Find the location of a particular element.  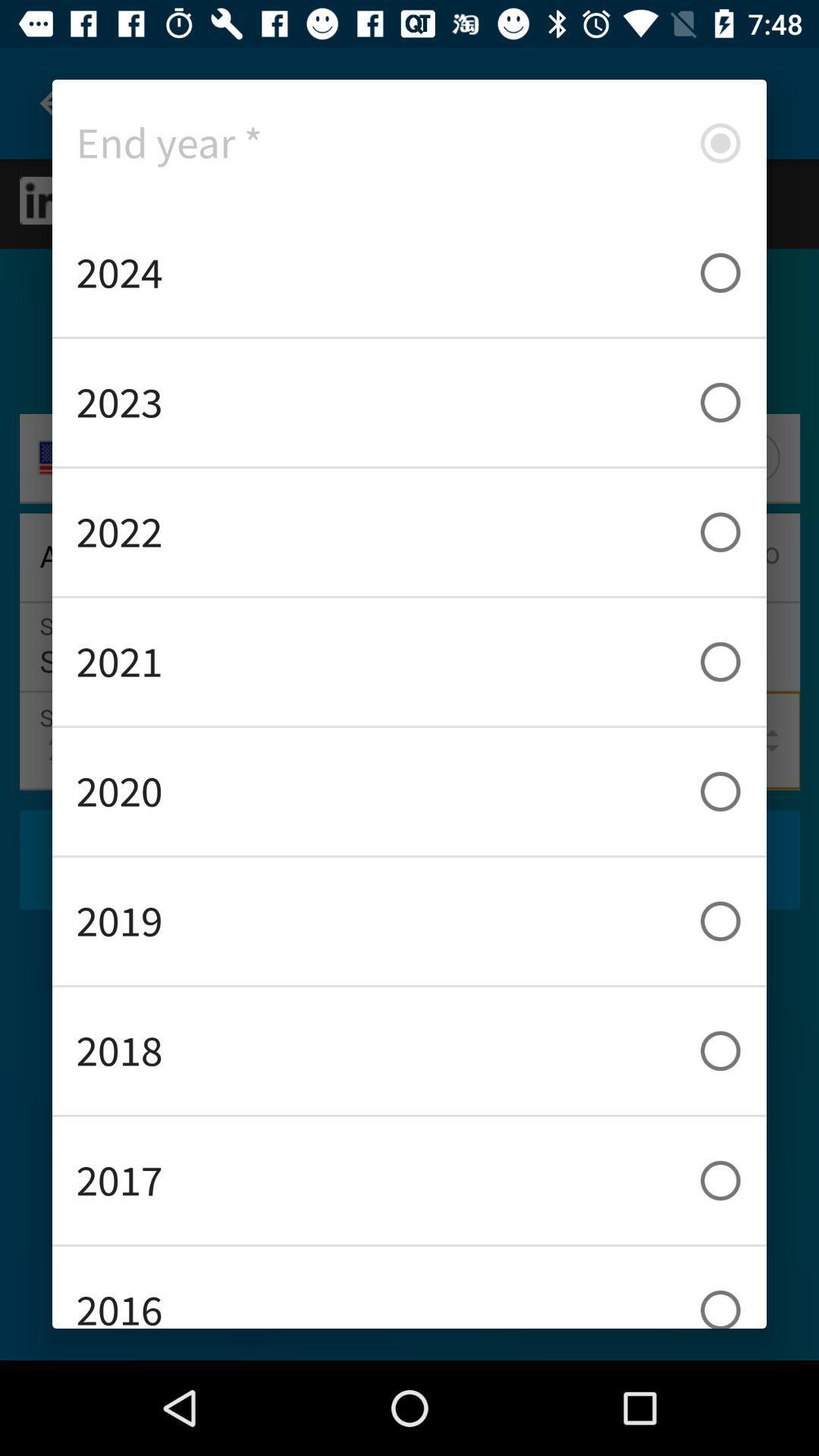

the item below 2018 is located at coordinates (409, 1179).